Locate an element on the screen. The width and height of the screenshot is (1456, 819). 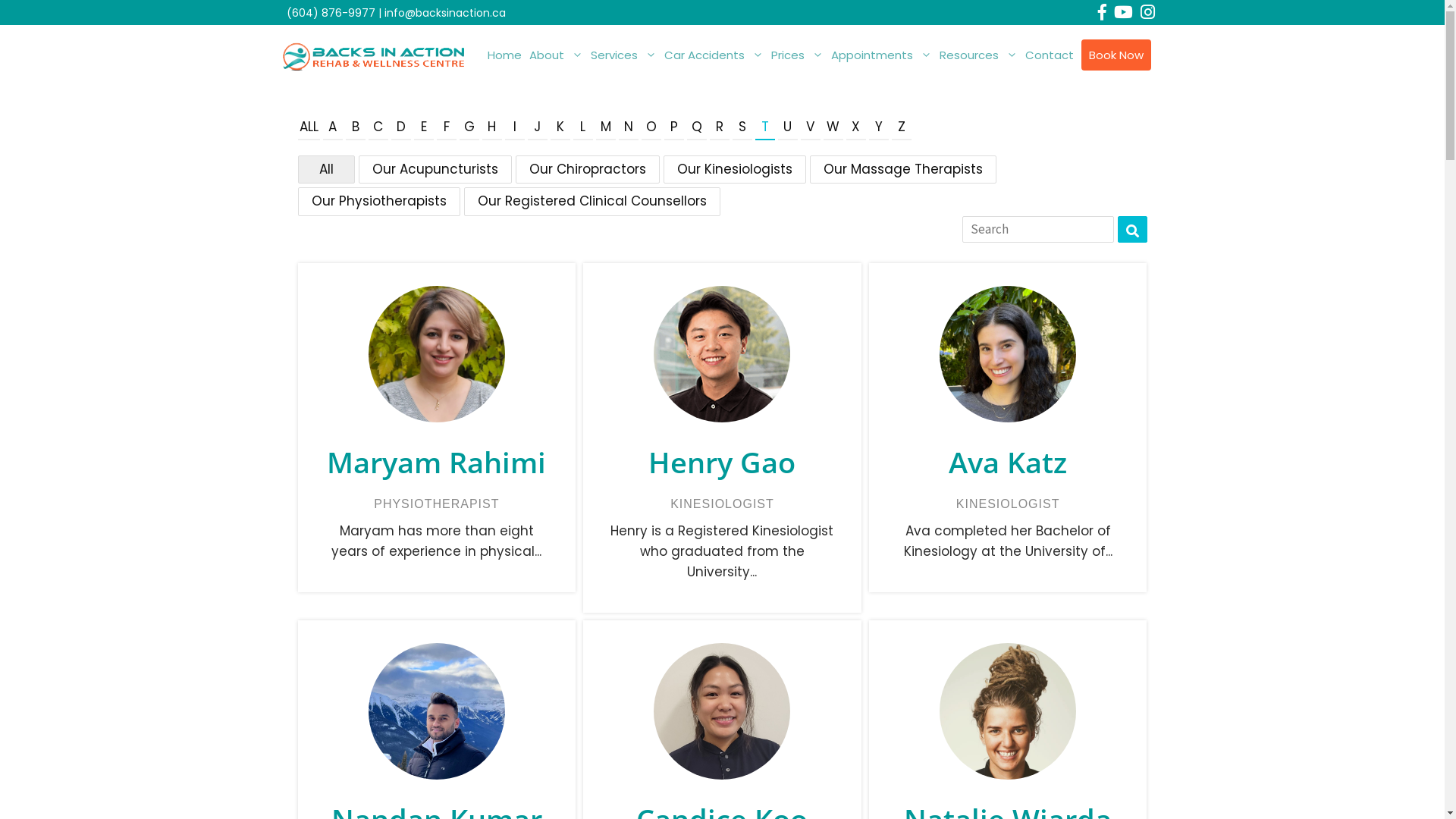
'D' is located at coordinates (400, 127).